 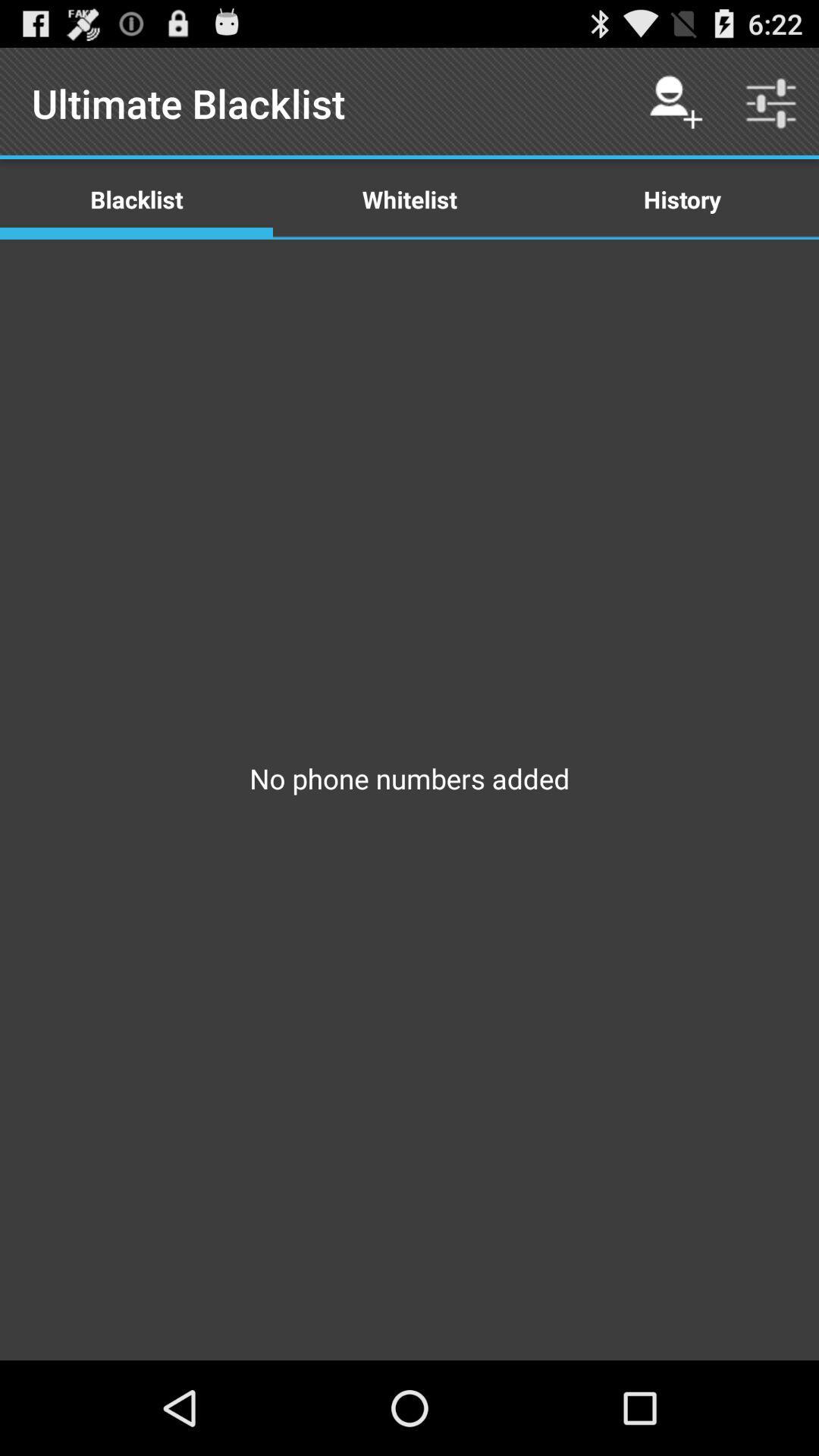 I want to click on item next to the whitelist, so click(x=681, y=198).